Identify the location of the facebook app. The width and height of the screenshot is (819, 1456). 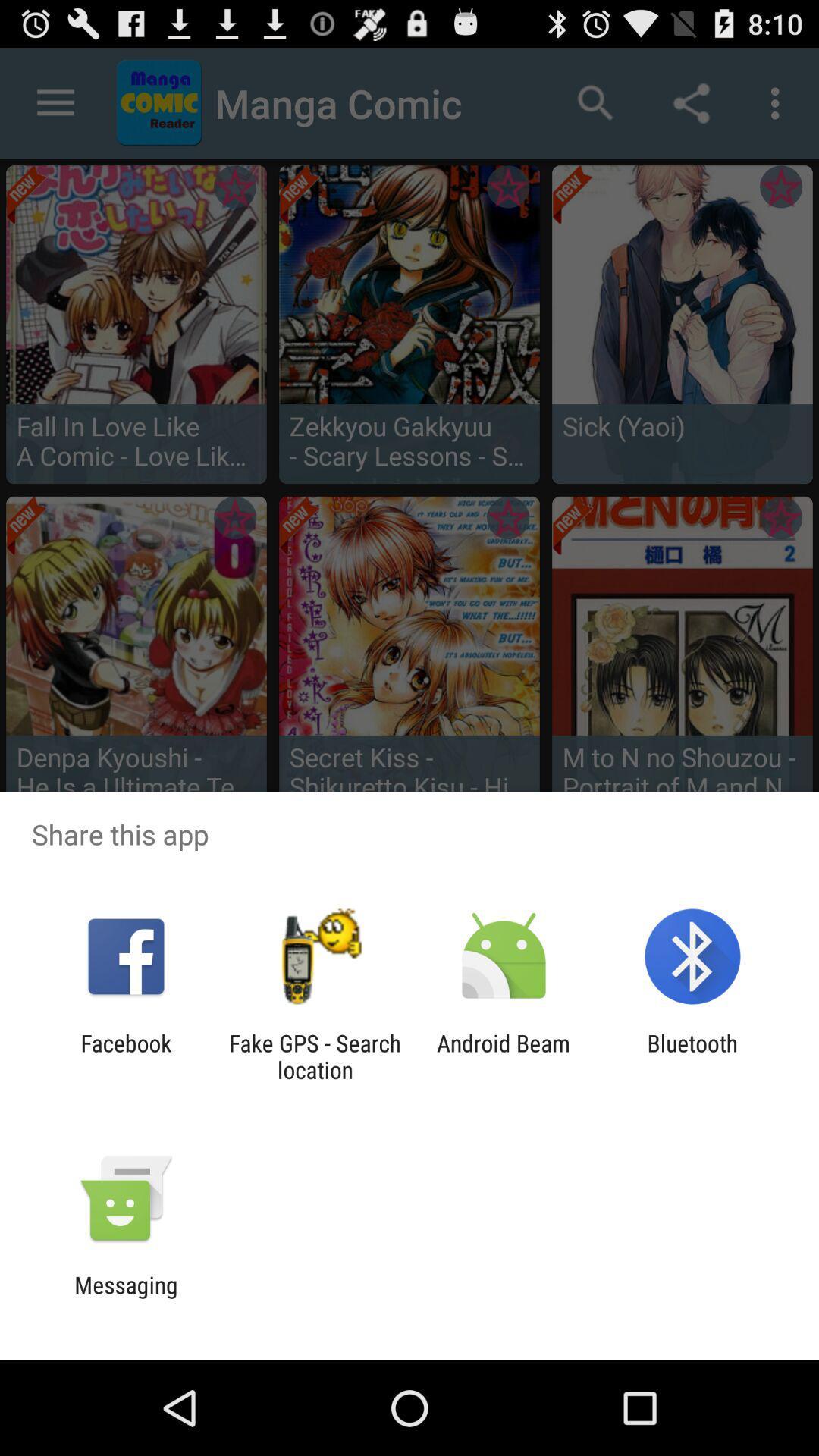
(125, 1056).